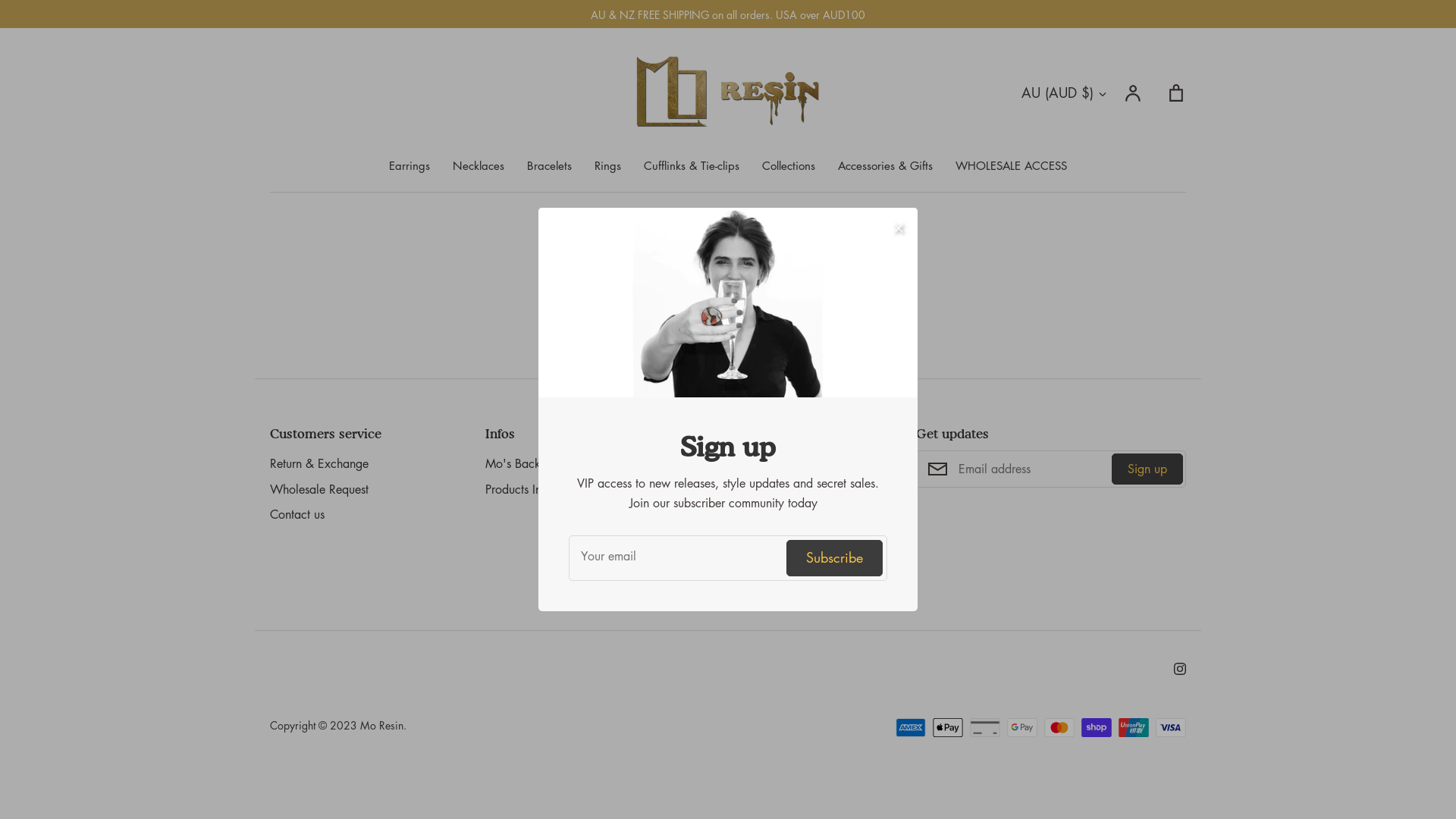 The width and height of the screenshot is (1456, 819). Describe the element at coordinates (954, 165) in the screenshot. I see `'WHOLESALE ACCESS'` at that location.